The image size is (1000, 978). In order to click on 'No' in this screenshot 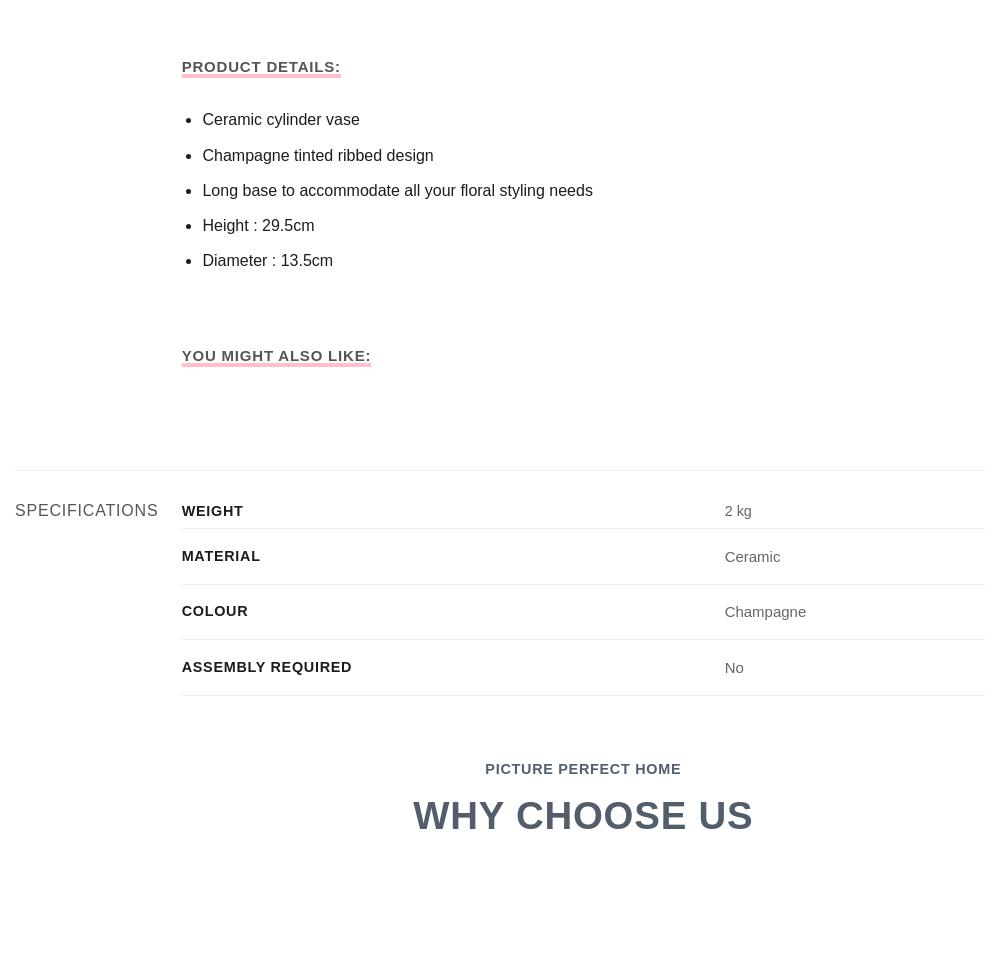, I will do `click(723, 666)`.